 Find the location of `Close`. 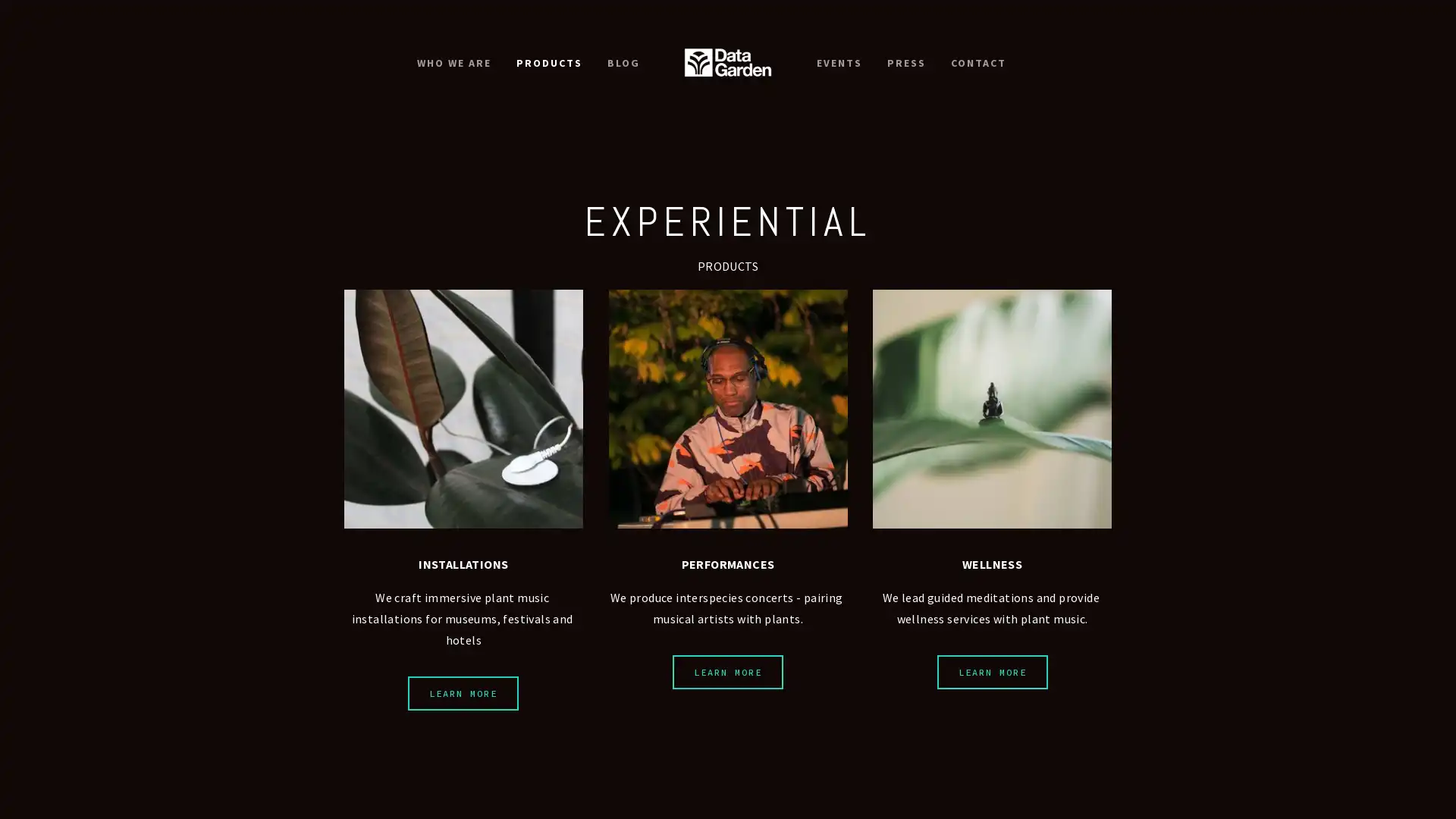

Close is located at coordinates (952, 210).